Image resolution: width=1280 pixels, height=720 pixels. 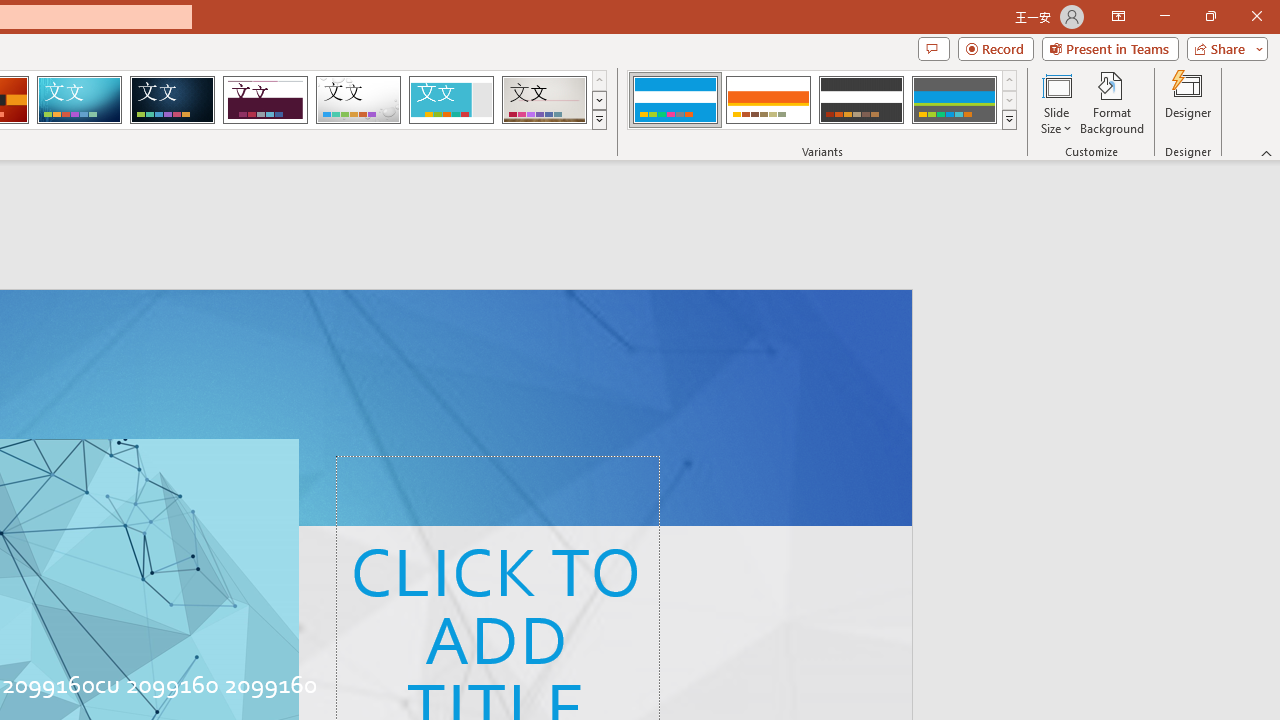 What do you see at coordinates (1111, 103) in the screenshot?
I see `'Format Background'` at bounding box center [1111, 103].